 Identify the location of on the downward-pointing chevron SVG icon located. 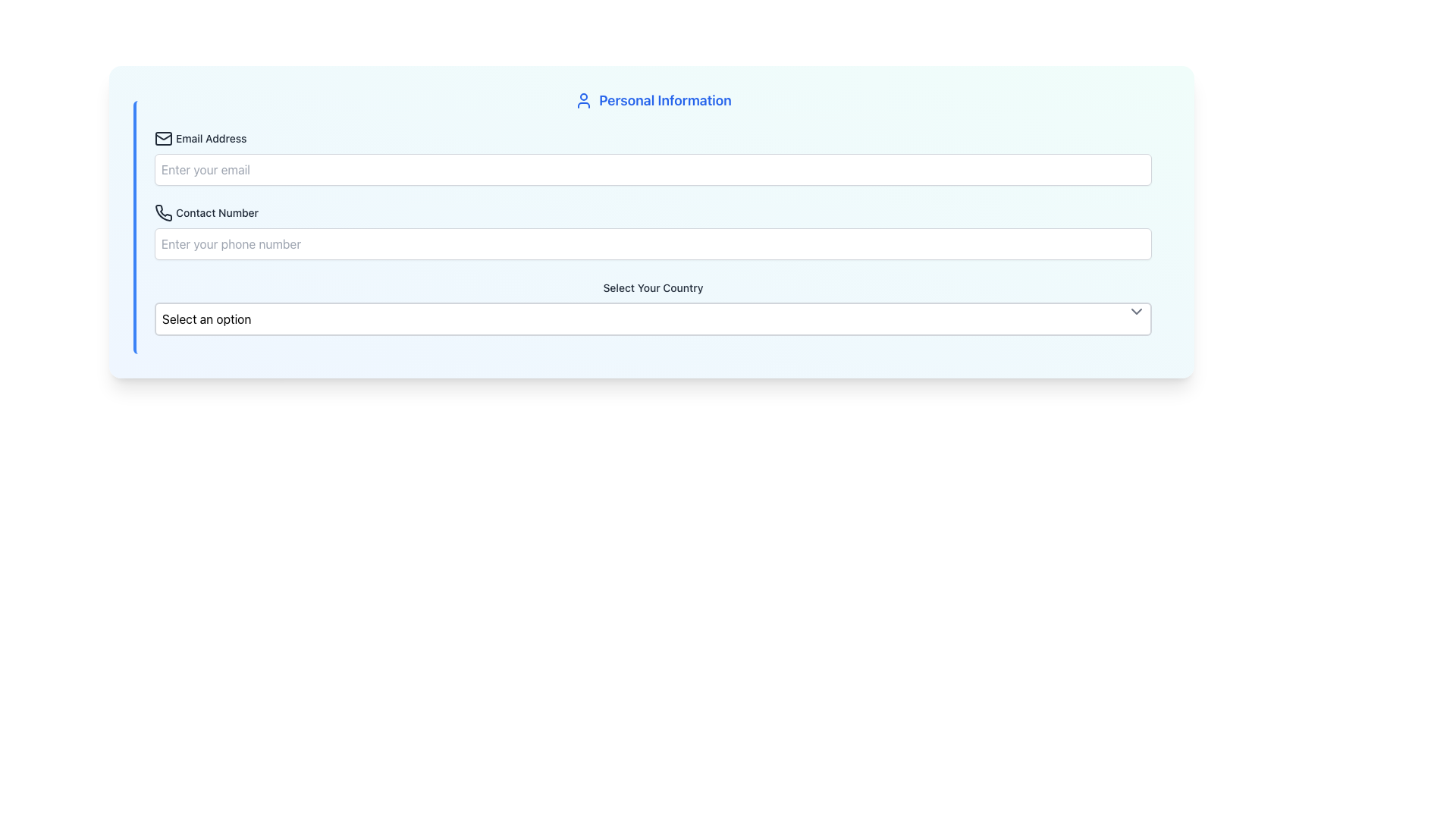
(1136, 311).